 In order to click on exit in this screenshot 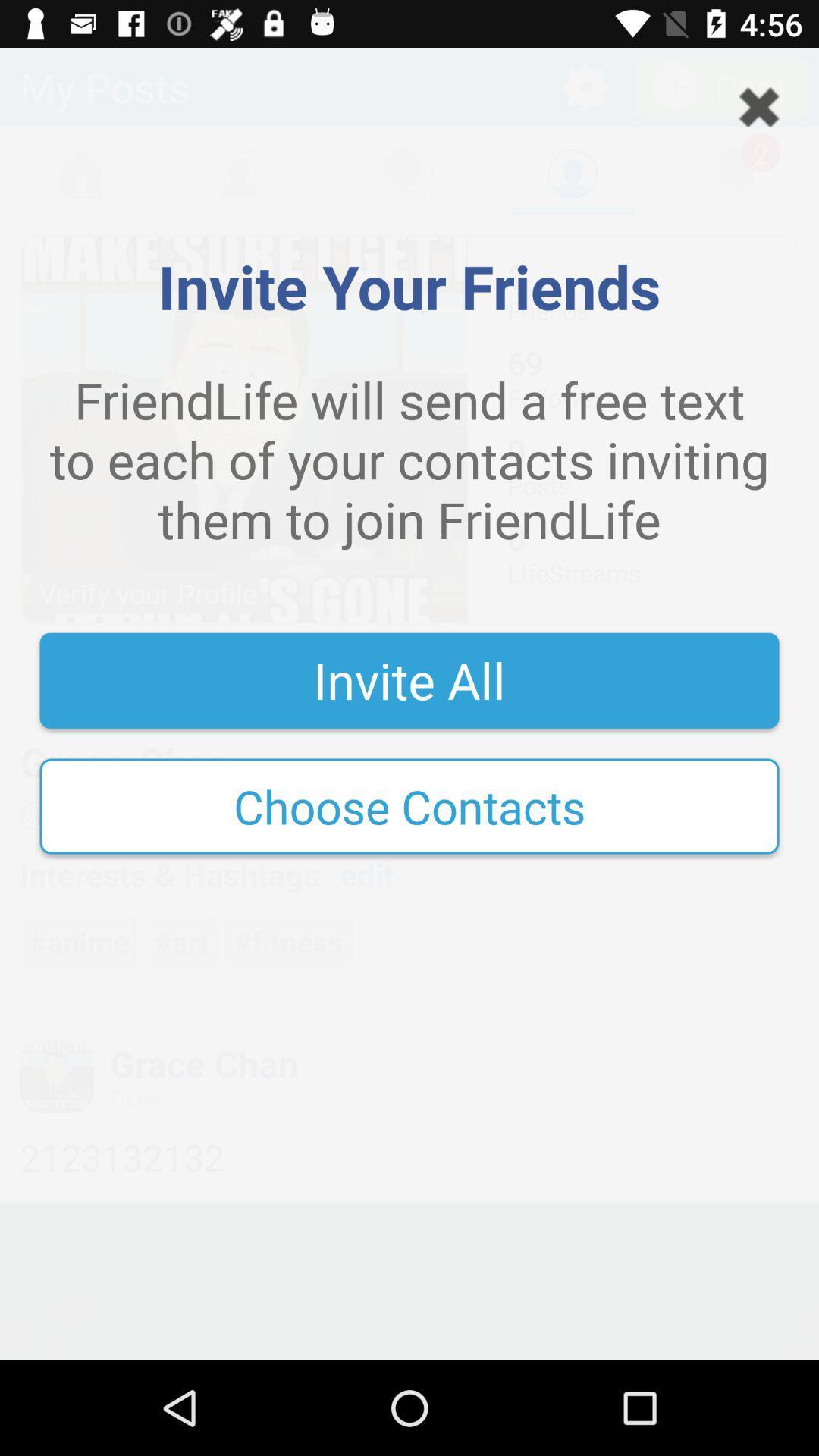, I will do `click(759, 106)`.